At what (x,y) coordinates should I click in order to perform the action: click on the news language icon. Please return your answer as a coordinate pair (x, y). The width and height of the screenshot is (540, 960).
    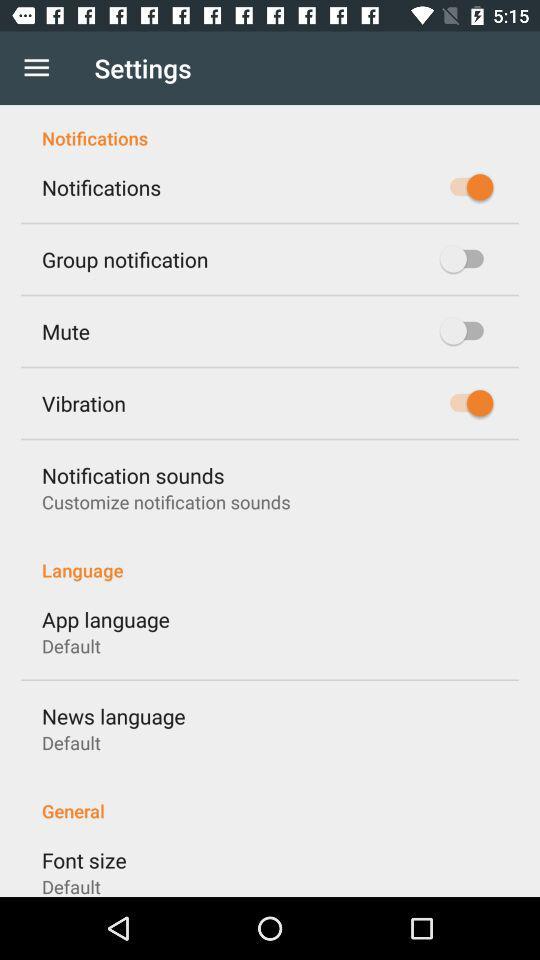
    Looking at the image, I should click on (113, 716).